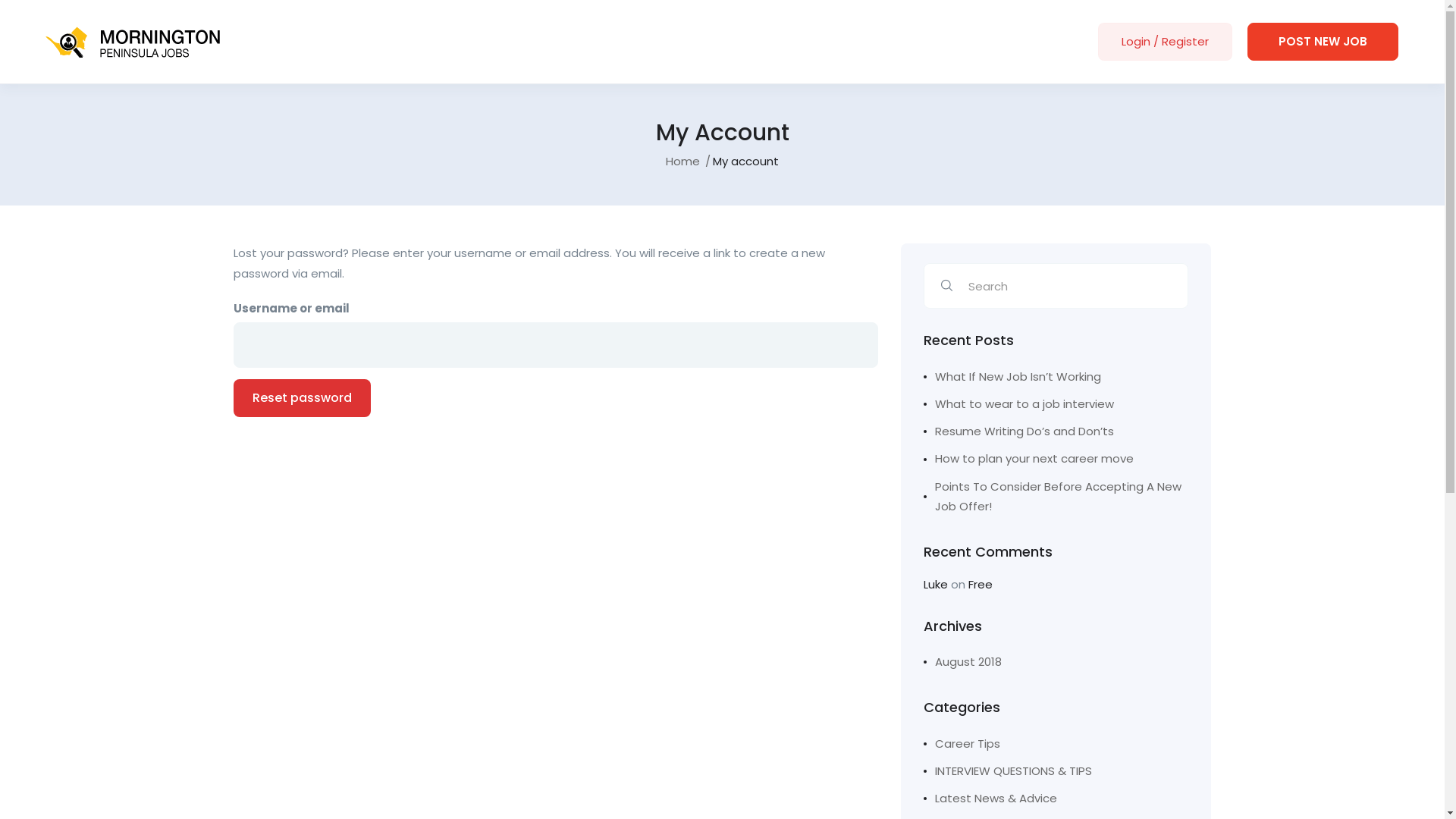  Describe the element at coordinates (961, 742) in the screenshot. I see `'Career Tips'` at that location.